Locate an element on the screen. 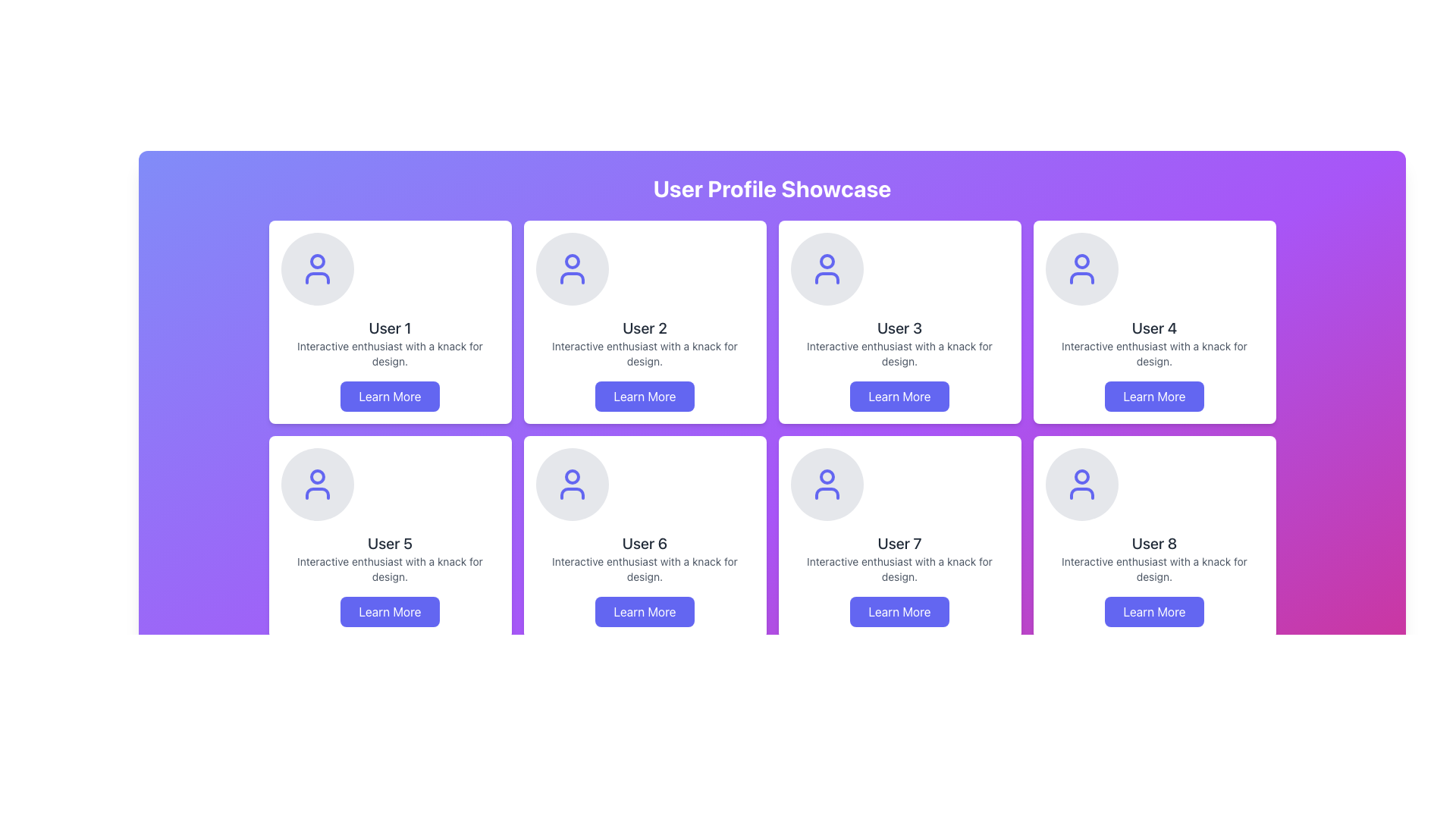  the text element located within the third user profile card of the top row, positioned below 'User 3' and above the 'Learn More' button is located at coordinates (899, 353).